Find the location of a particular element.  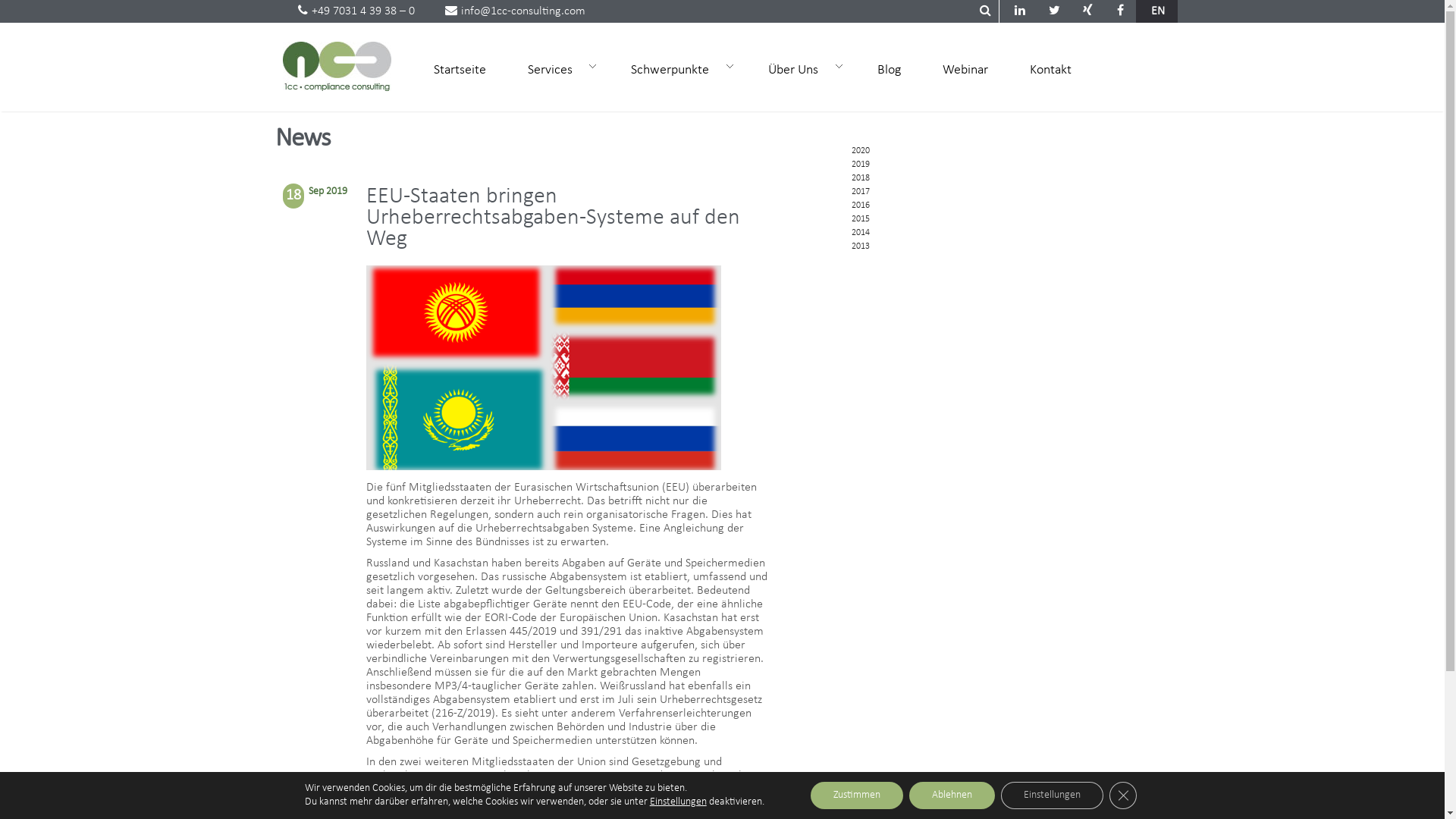

'2017' is located at coordinates (851, 191).